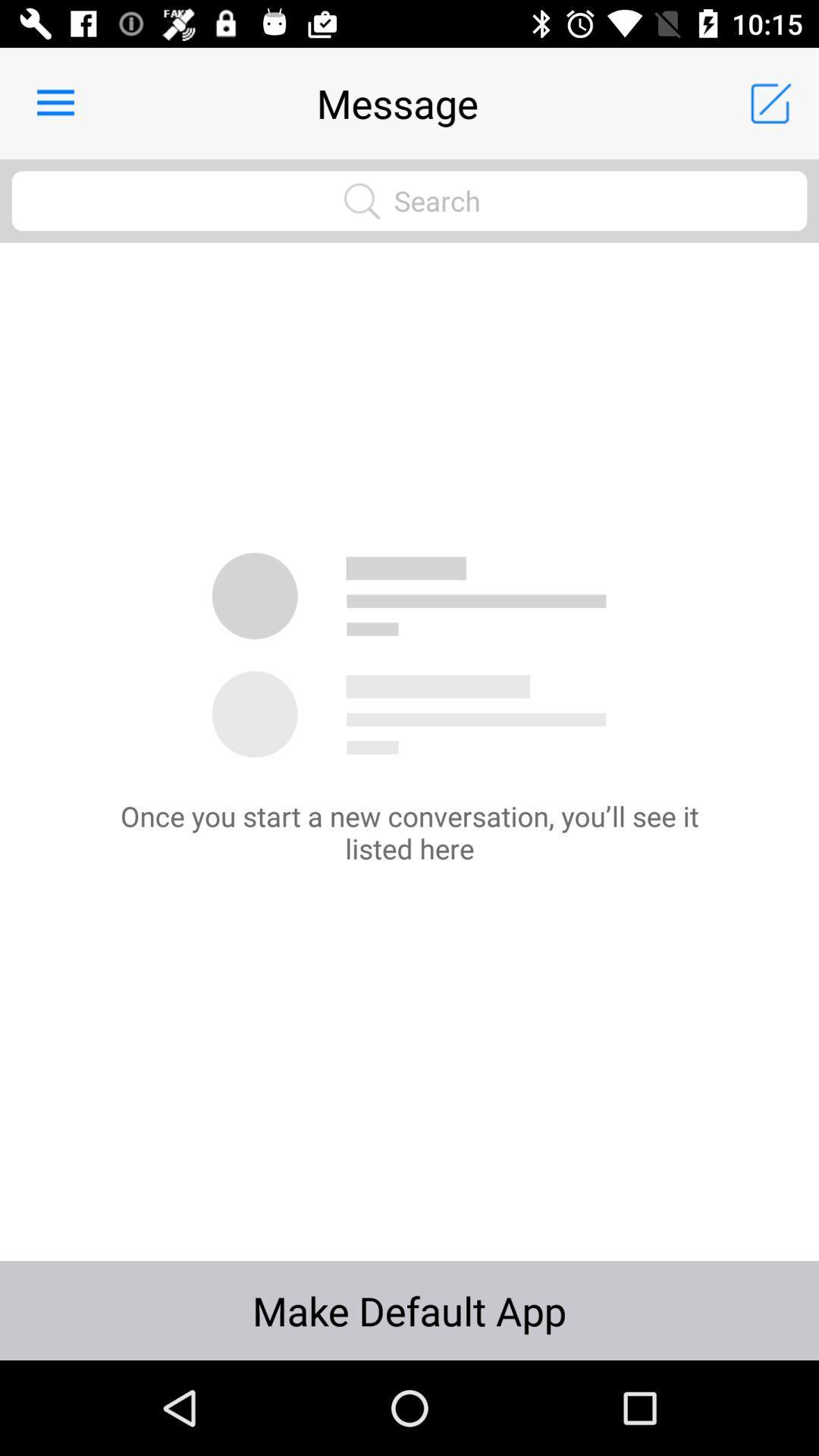  What do you see at coordinates (409, 1310) in the screenshot?
I see `make default app` at bounding box center [409, 1310].